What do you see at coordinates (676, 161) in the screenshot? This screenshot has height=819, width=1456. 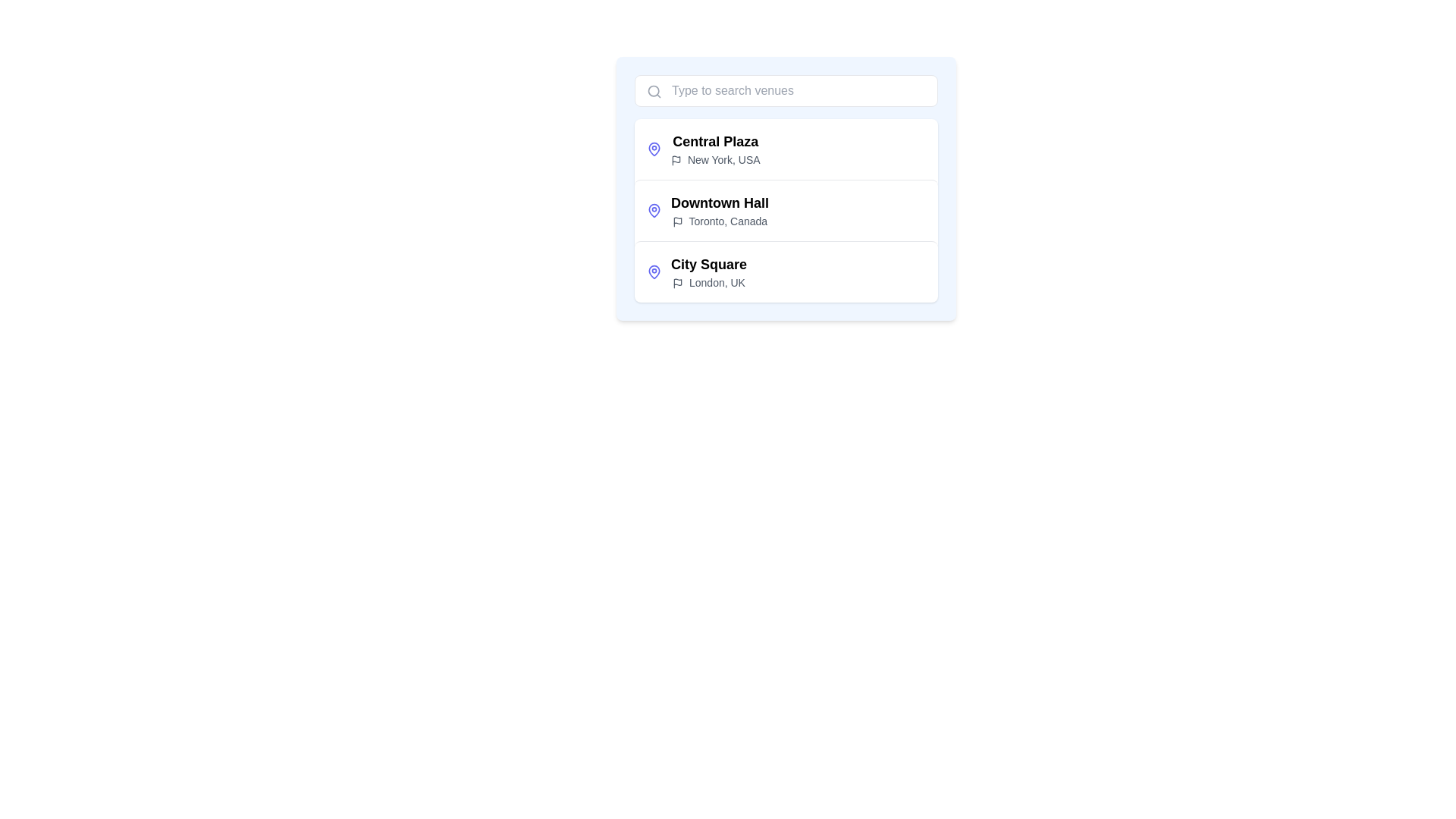 I see `the small flag icon located to the left of the text 'New York, USA' under the 'Central Plaza' heading` at bounding box center [676, 161].